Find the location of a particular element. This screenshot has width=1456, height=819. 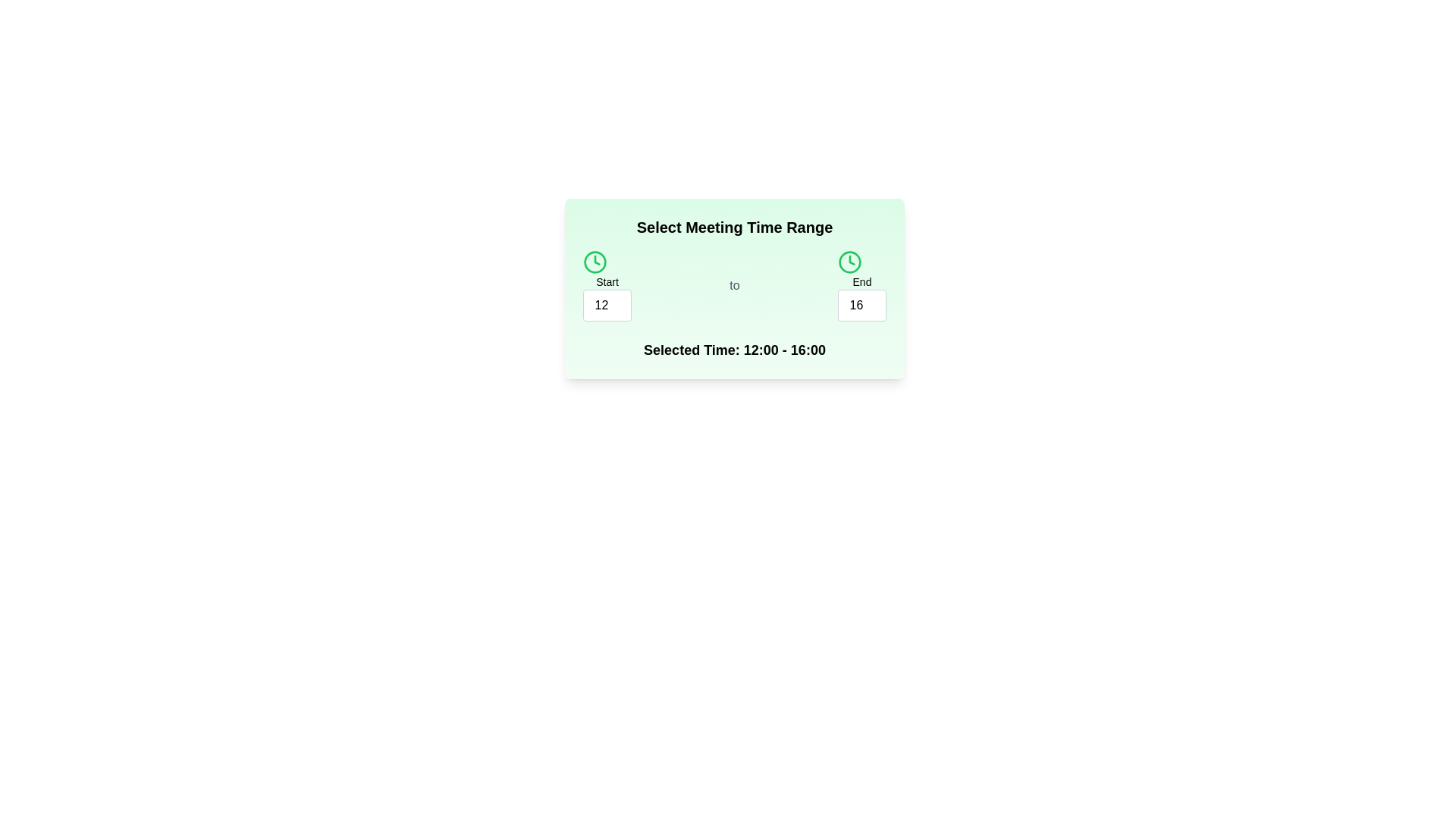

the start input field for keyboard-based adjustments is located at coordinates (607, 305).